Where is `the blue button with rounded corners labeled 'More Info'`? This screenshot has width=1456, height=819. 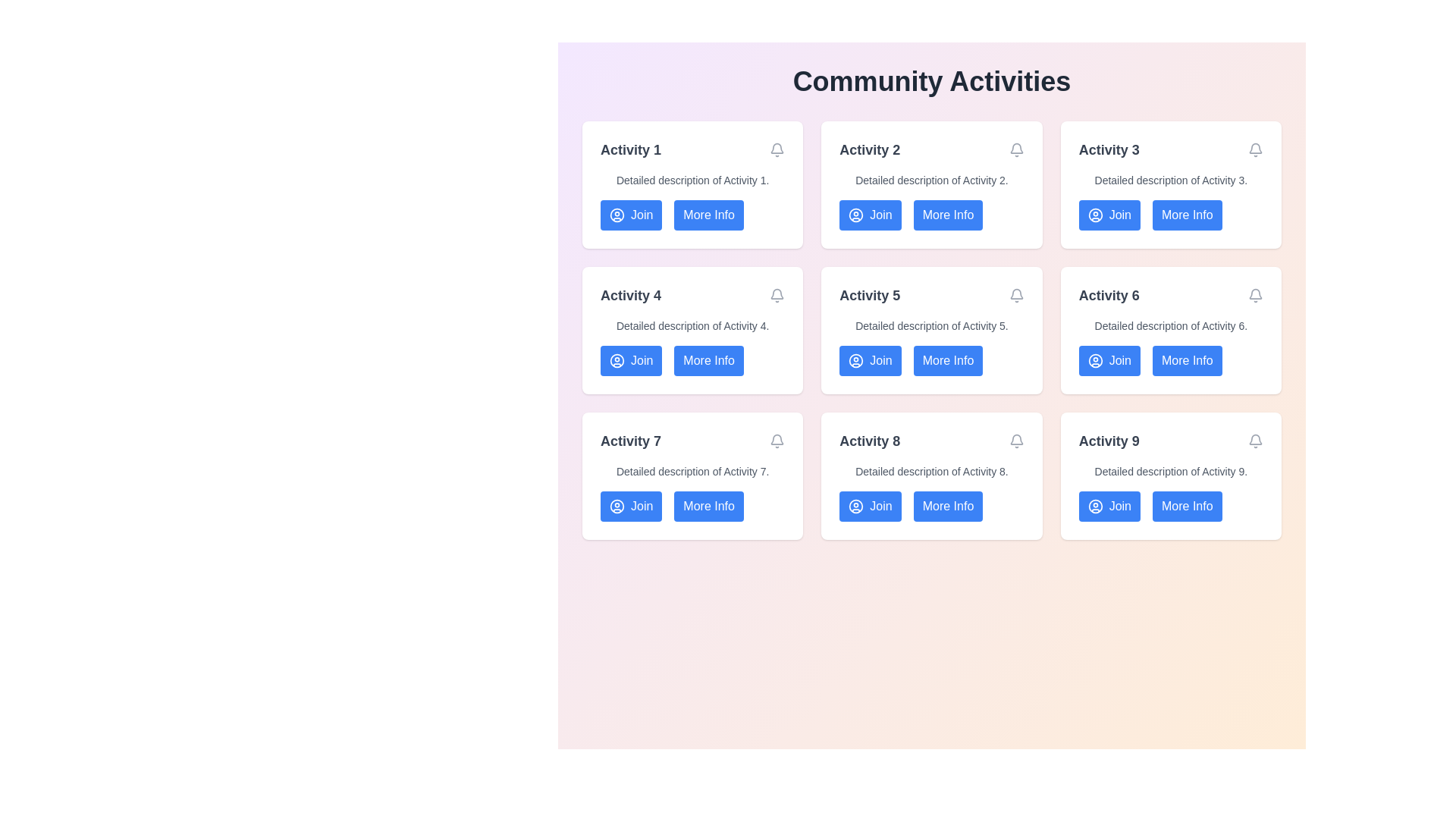
the blue button with rounded corners labeled 'More Info' is located at coordinates (1186, 506).